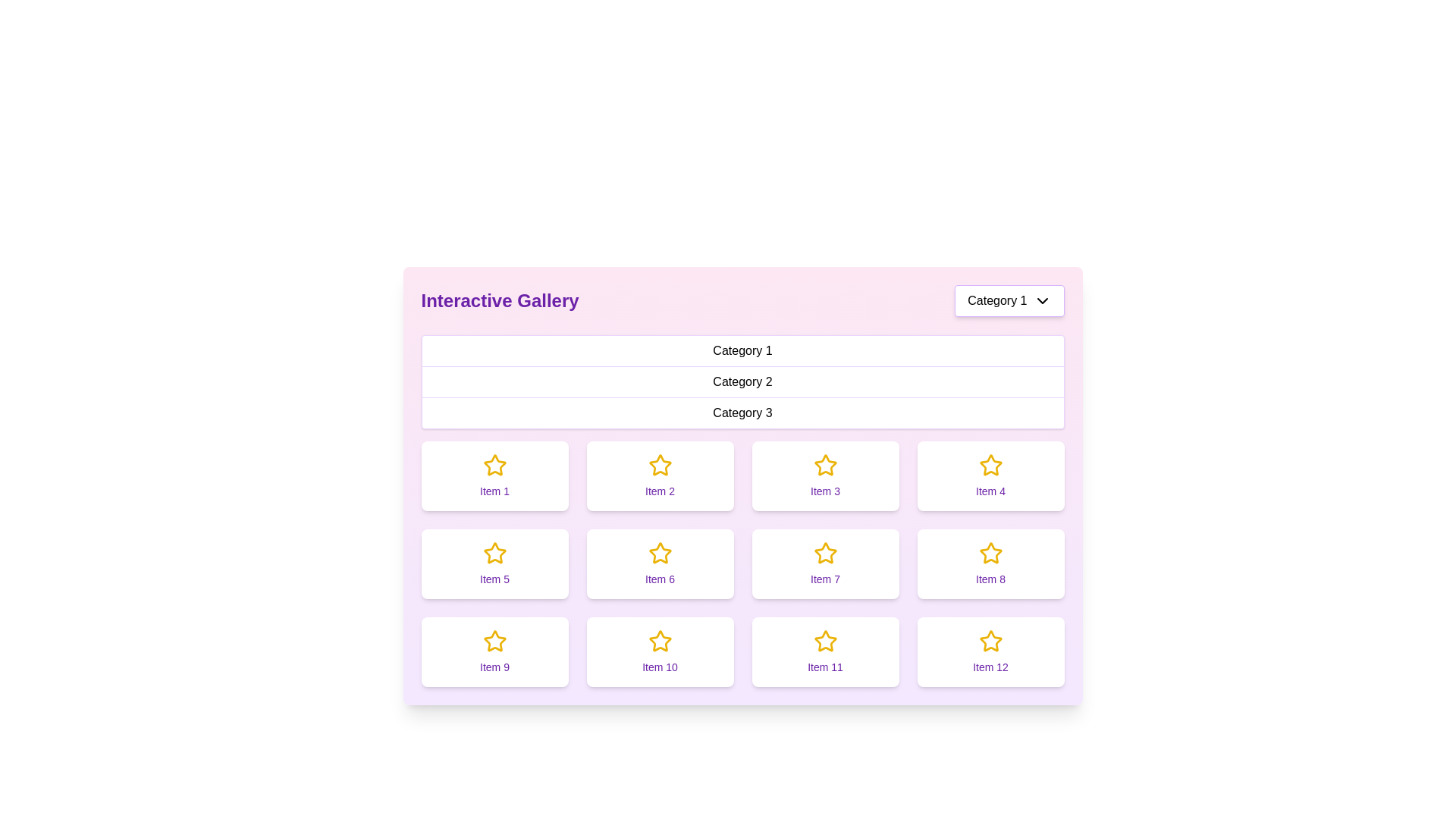 Image resolution: width=1456 pixels, height=819 pixels. What do you see at coordinates (990, 641) in the screenshot?
I see `the stylized star icon with a yellow border located above 'Item 12' in the last column of the fourth row of the gallery grid` at bounding box center [990, 641].